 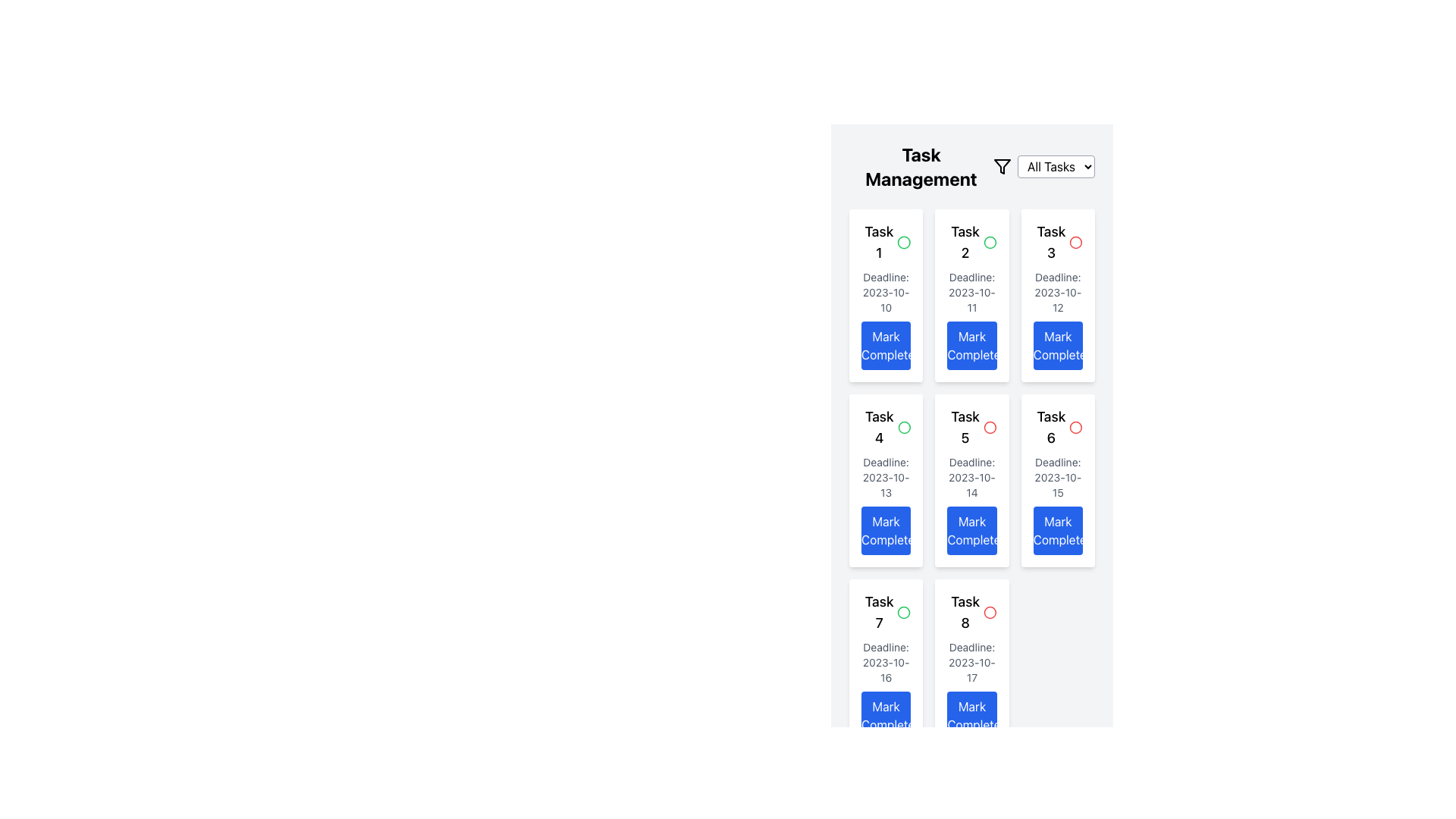 I want to click on informational label displaying the text 'Deadline: 2023-10-16' located centrally within the card for 'Task 7', so click(x=886, y=662).